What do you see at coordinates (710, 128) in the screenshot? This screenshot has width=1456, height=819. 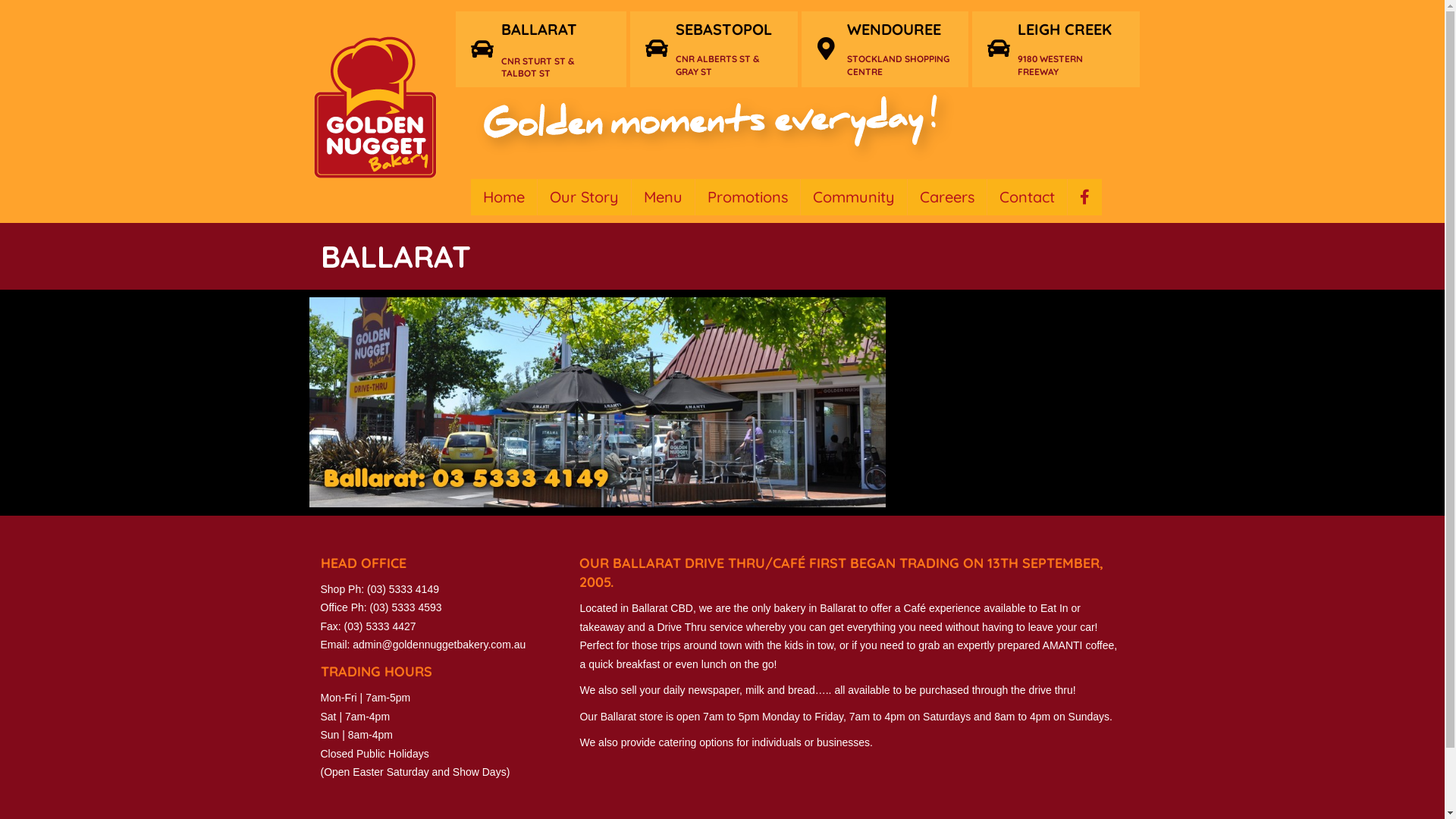 I see `'Golden Moments'` at bounding box center [710, 128].